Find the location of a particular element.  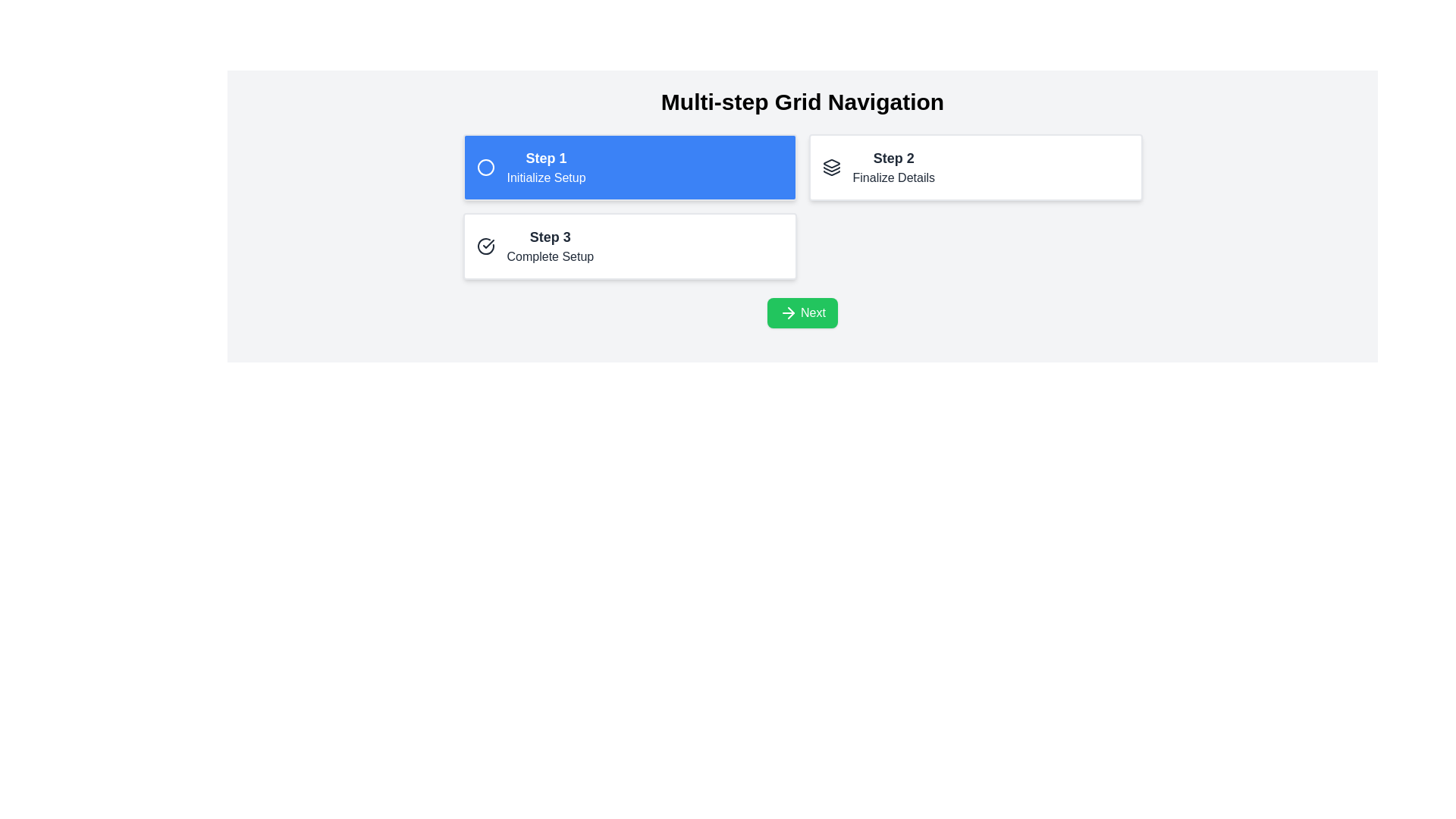

the checkmark symbol within the circular icon located to the left of the text 'Step 3 Complete Setup' in the multi-step navigation interface is located at coordinates (488, 243).